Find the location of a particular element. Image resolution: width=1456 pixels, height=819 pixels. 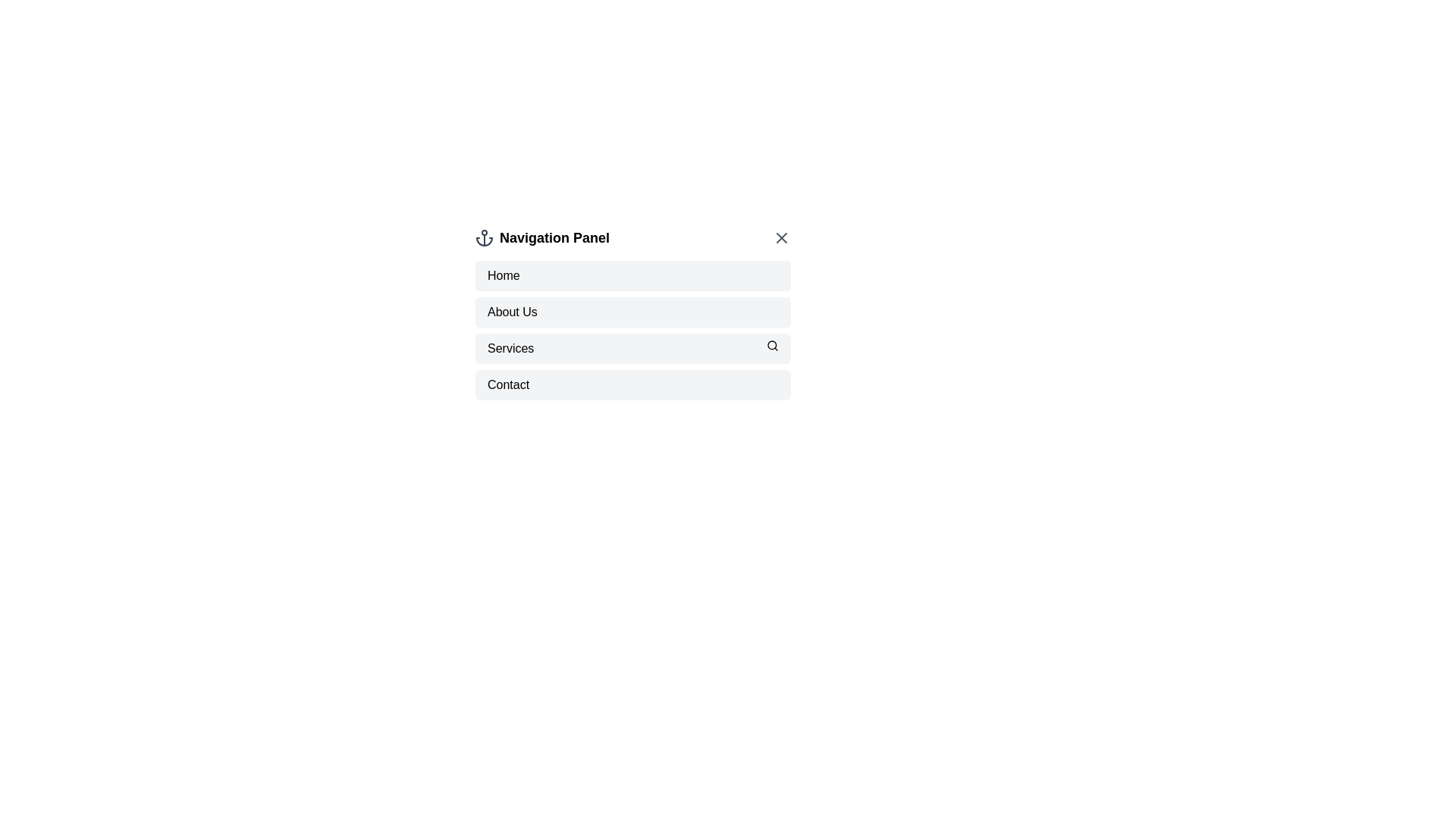

the 'close' button located in the top-right corner of the 'Navigation Panel' is located at coordinates (782, 237).